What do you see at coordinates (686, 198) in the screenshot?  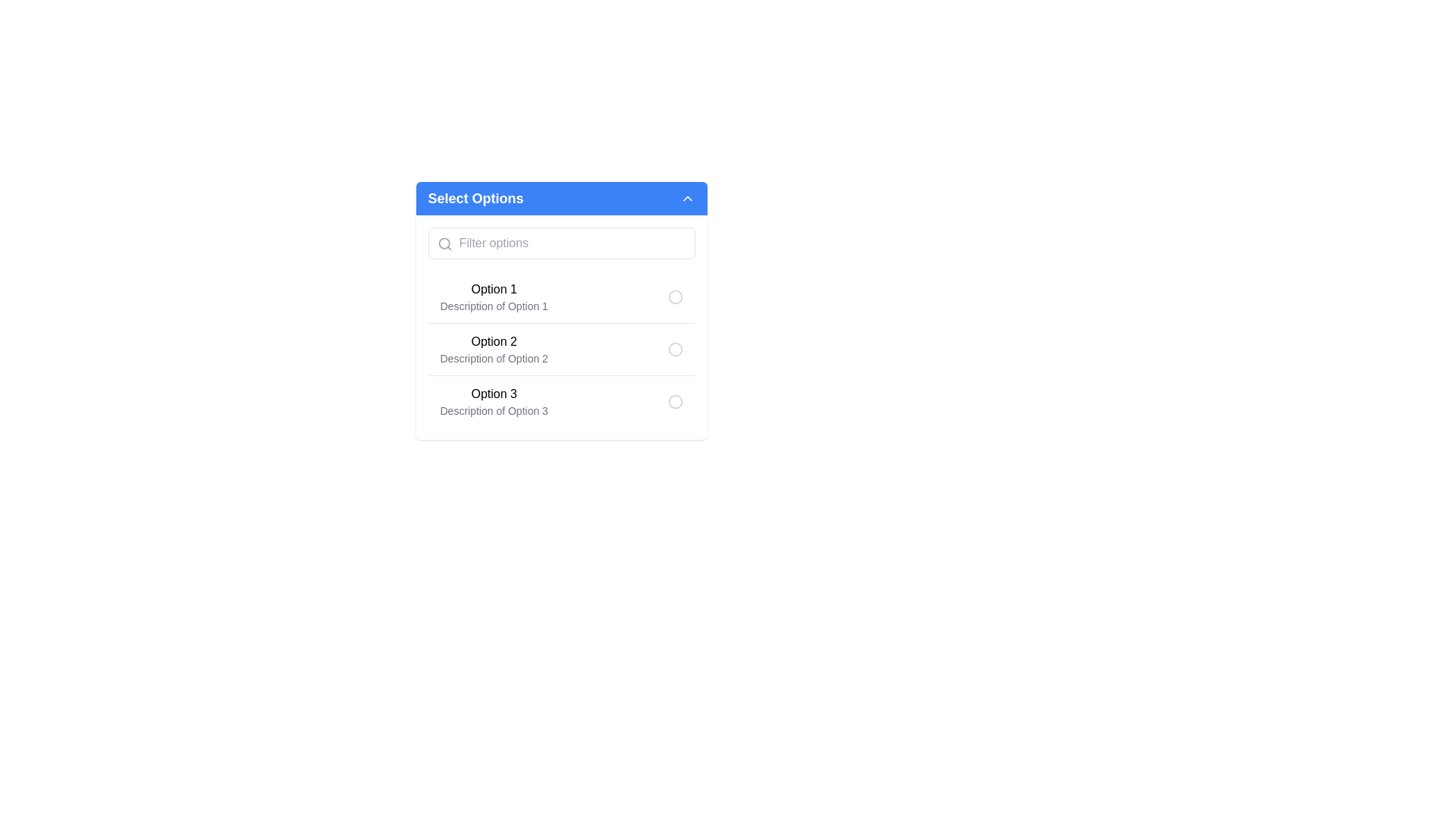 I see `the collapse icon located on the right side of the 'Select Options' header to minimize the options shown below` at bounding box center [686, 198].